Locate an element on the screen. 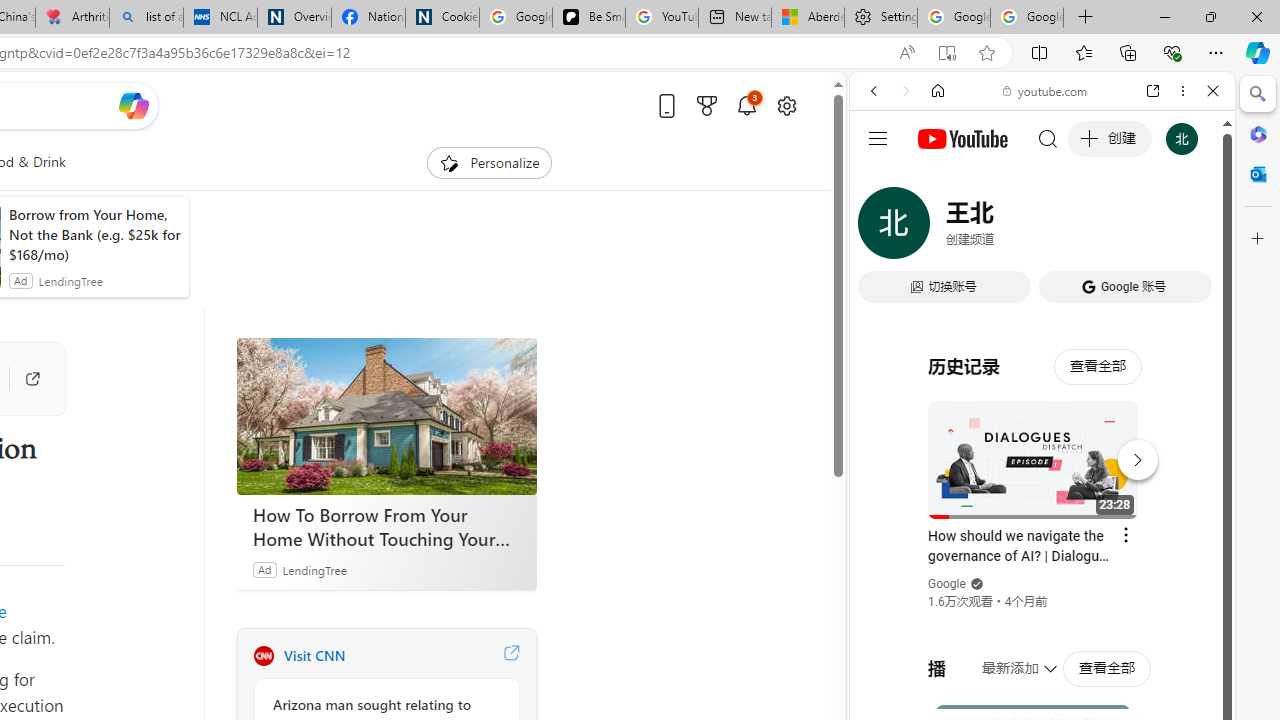 The width and height of the screenshot is (1280, 720). 'Arthritis: Ask Health Professionals' is located at coordinates (72, 17).